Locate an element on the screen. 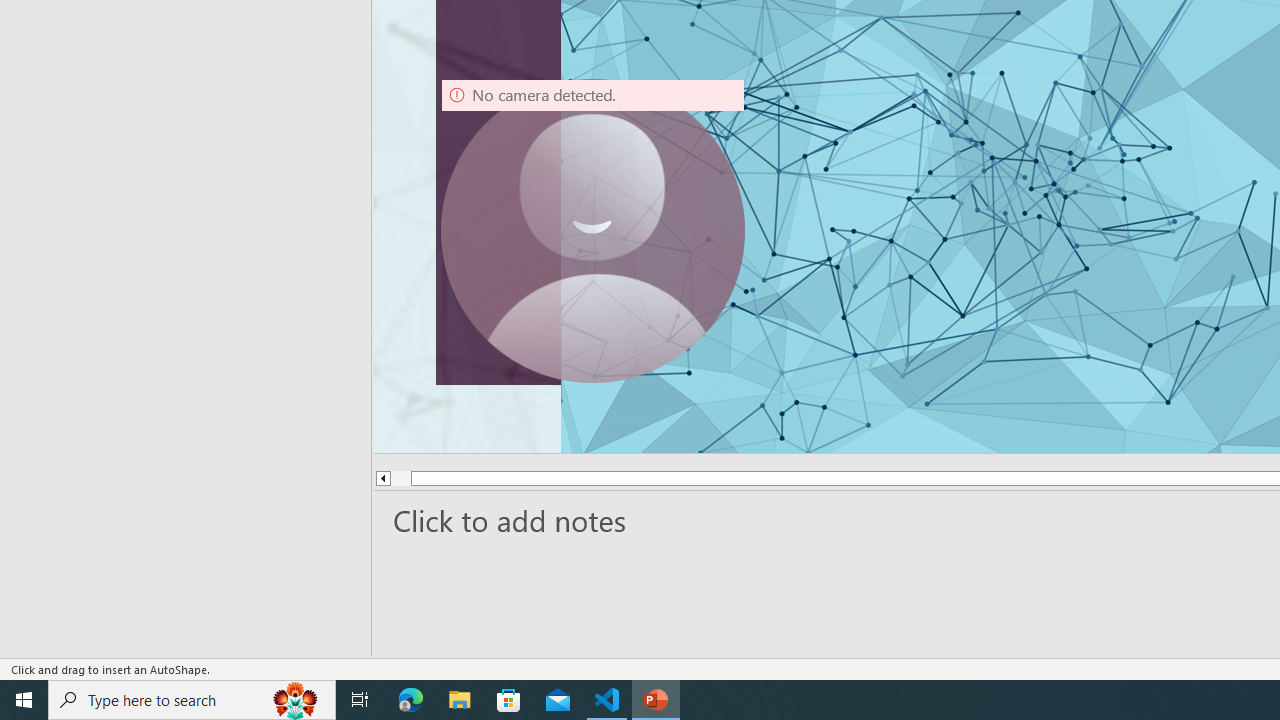 This screenshot has width=1280, height=720. 'Camera 9, No camera detected.' is located at coordinates (592, 229).